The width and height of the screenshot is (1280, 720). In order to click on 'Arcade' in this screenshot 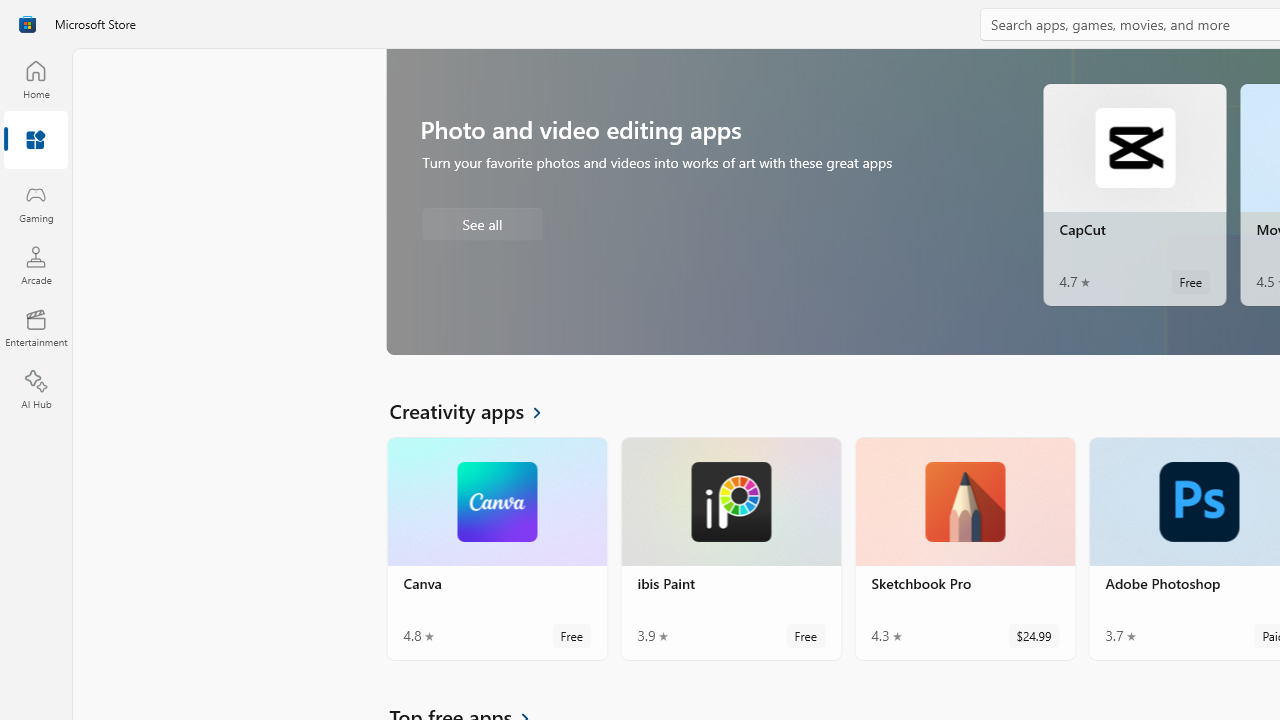, I will do `click(35, 264)`.